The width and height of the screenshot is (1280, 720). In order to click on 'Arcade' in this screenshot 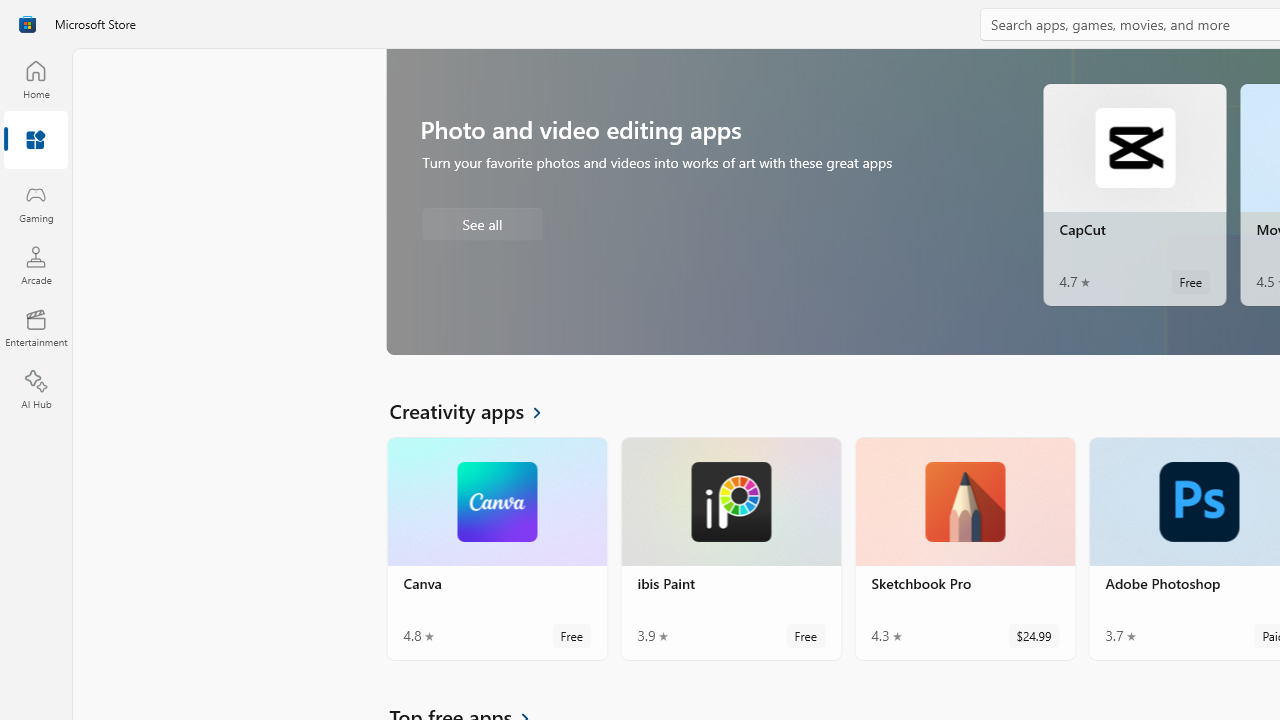, I will do `click(35, 264)`.